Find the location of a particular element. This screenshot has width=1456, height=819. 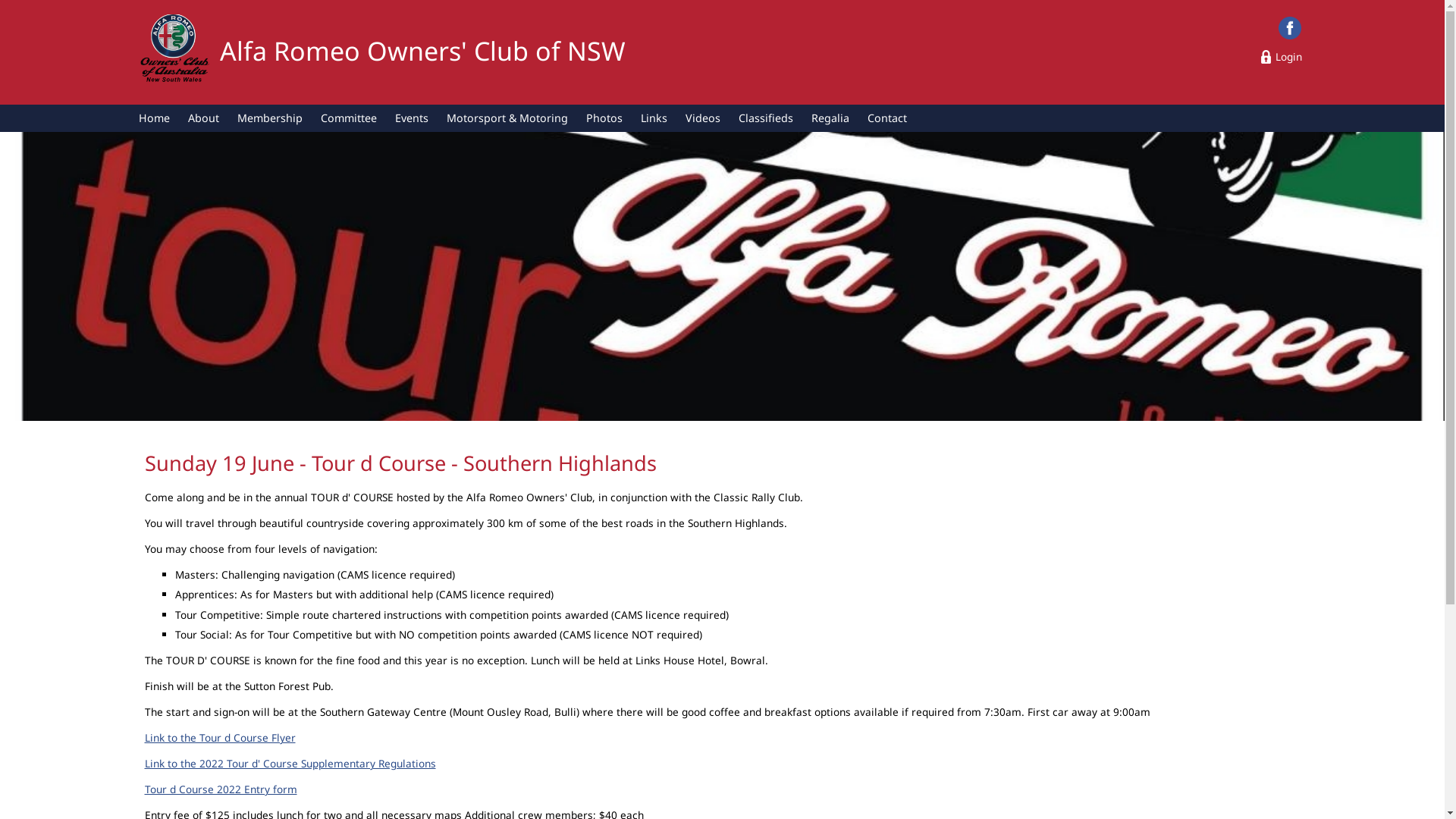

'Committee' is located at coordinates (348, 117).